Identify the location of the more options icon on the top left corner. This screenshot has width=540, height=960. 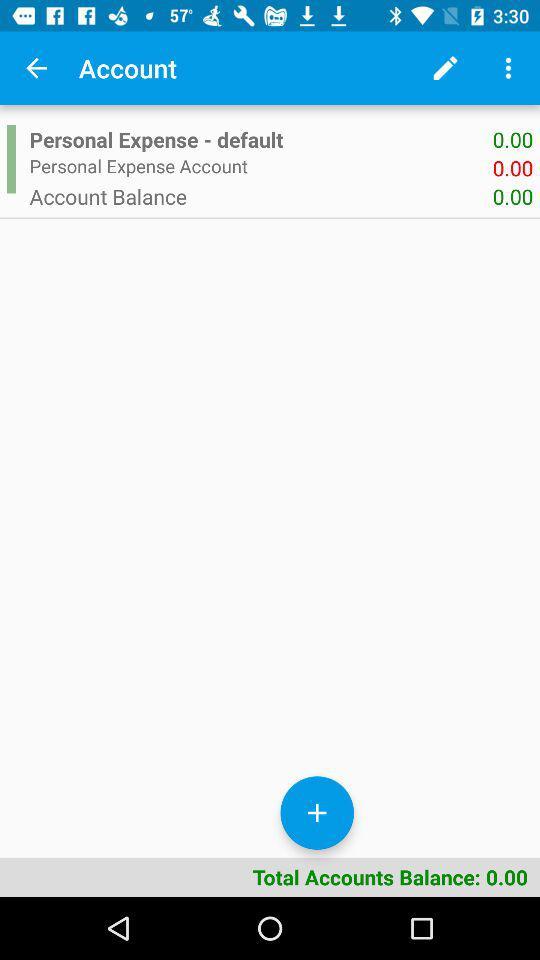
(508, 68).